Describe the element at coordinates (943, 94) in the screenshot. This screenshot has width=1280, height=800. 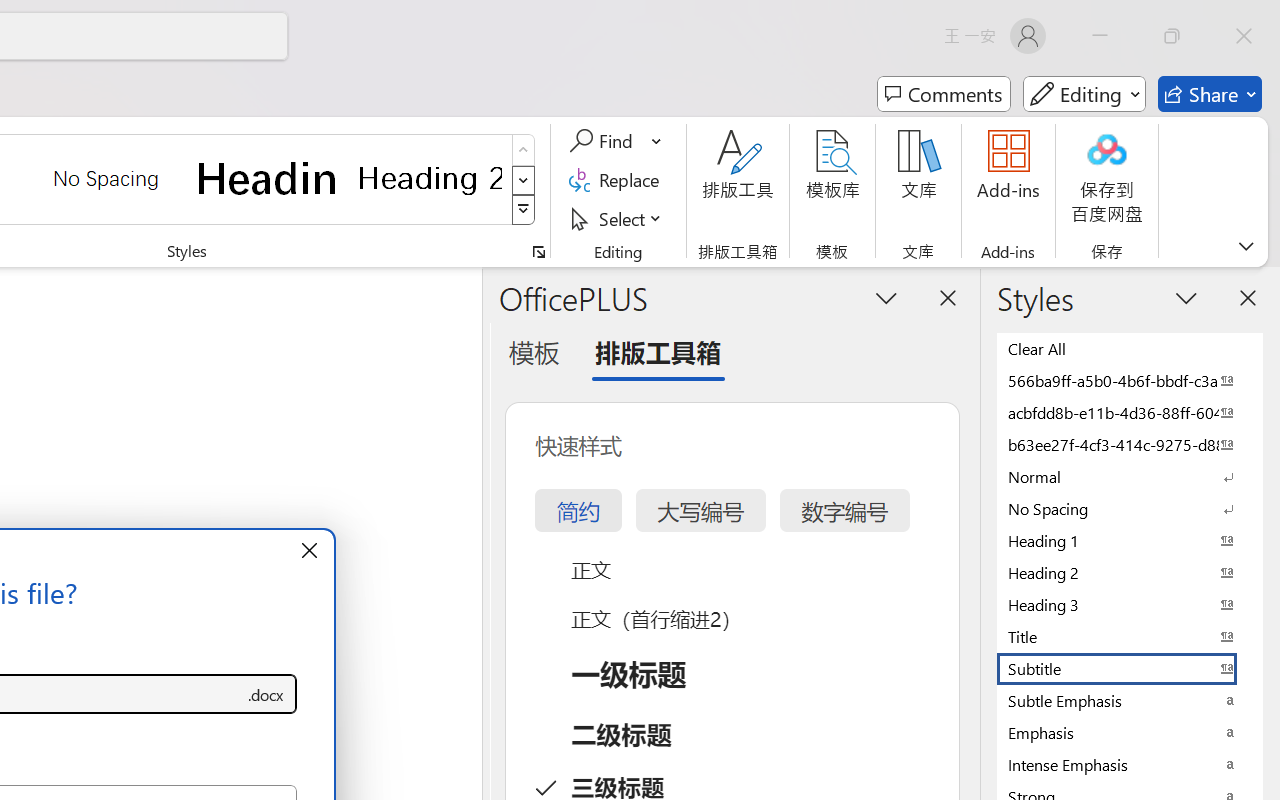
I see `'Comments'` at that location.